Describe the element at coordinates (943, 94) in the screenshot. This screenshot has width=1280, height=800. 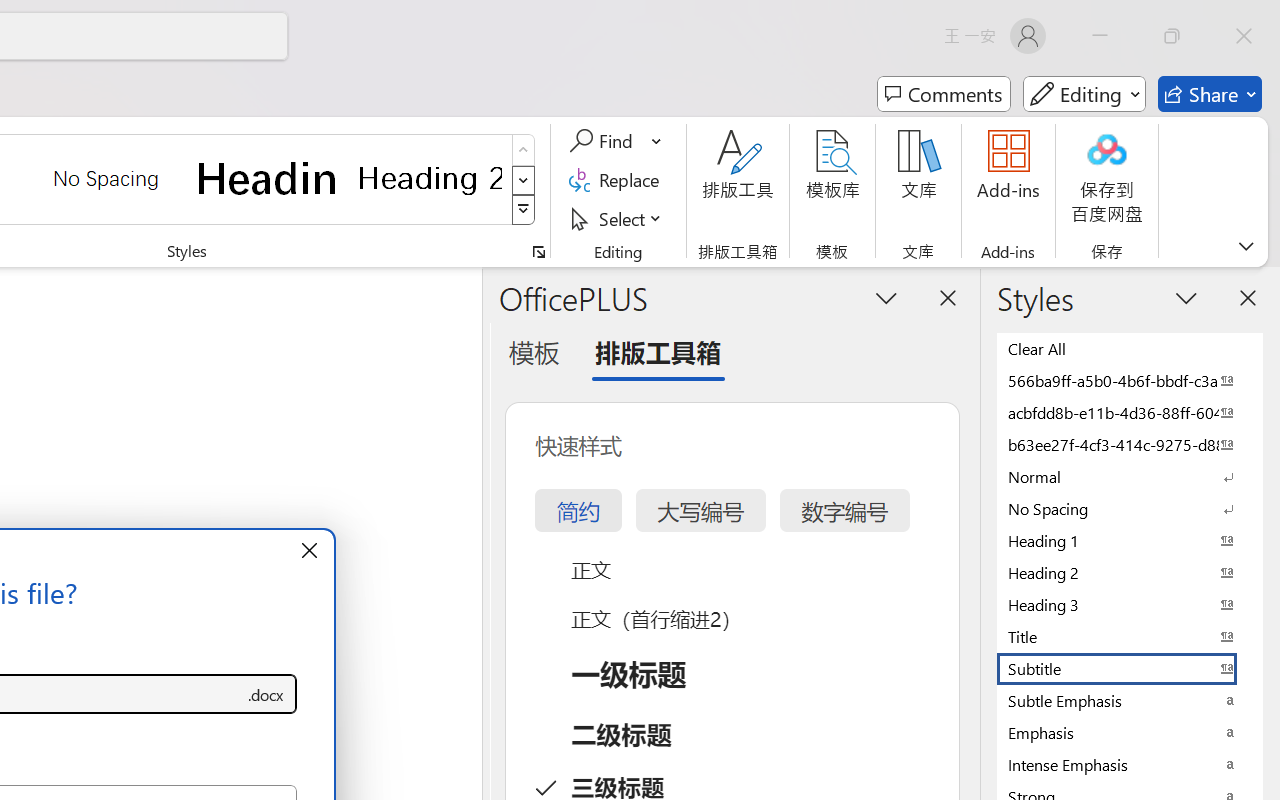
I see `'Comments'` at that location.